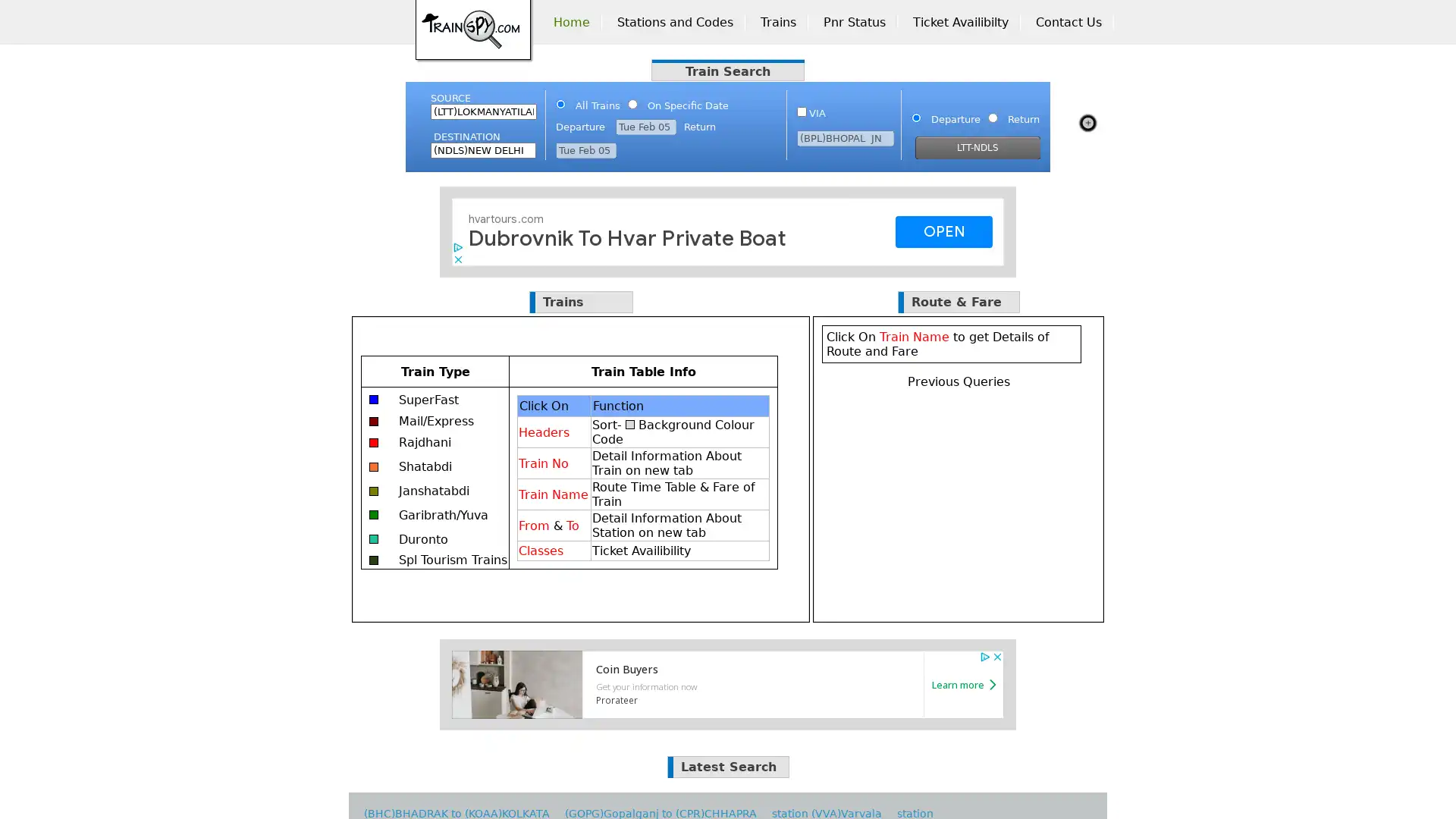 The width and height of the screenshot is (1456, 819). I want to click on LTT-NDLS, so click(977, 148).